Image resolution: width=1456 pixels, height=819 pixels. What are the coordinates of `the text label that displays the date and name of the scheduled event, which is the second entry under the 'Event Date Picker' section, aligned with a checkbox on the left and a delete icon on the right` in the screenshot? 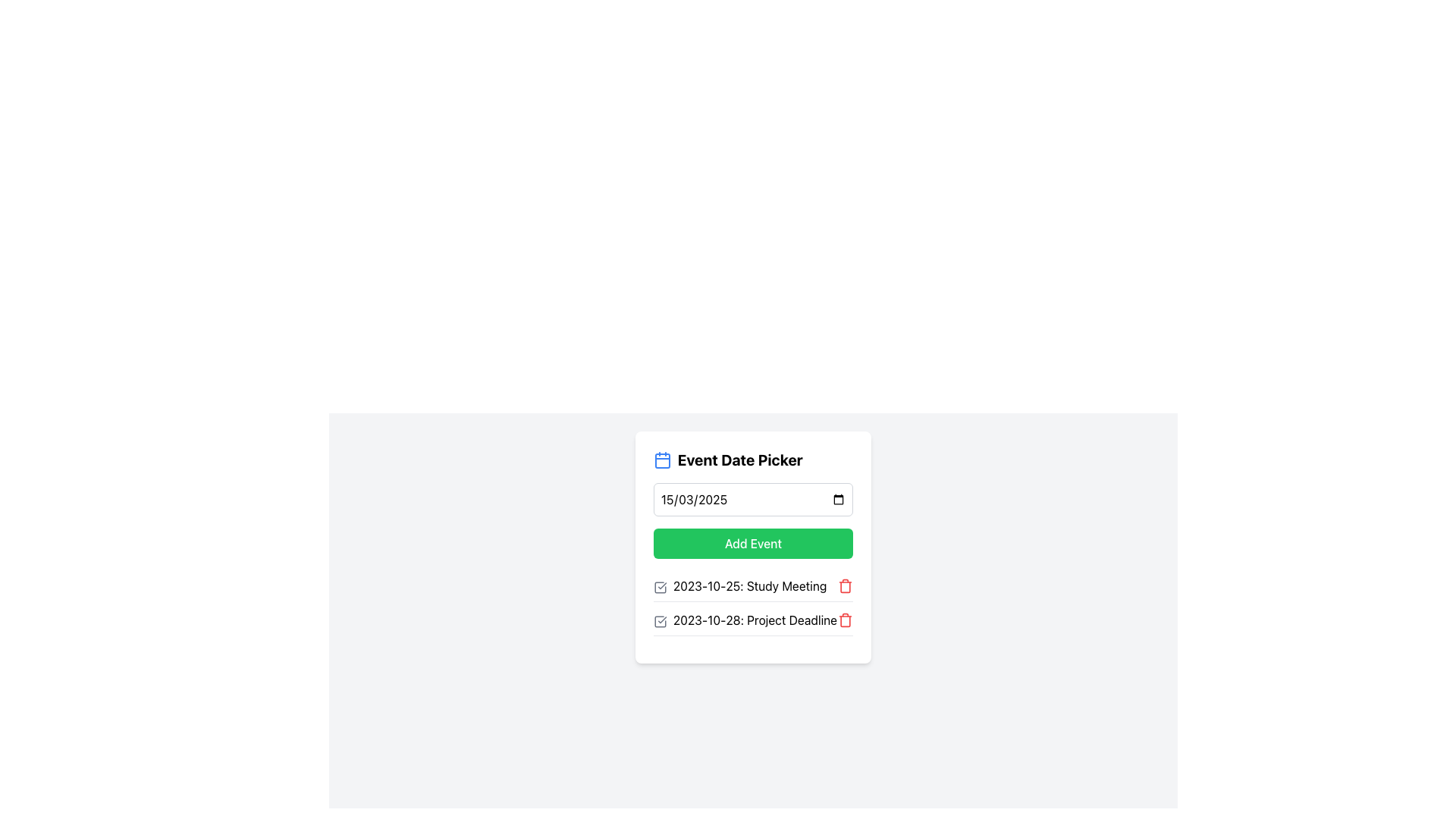 It's located at (739, 585).